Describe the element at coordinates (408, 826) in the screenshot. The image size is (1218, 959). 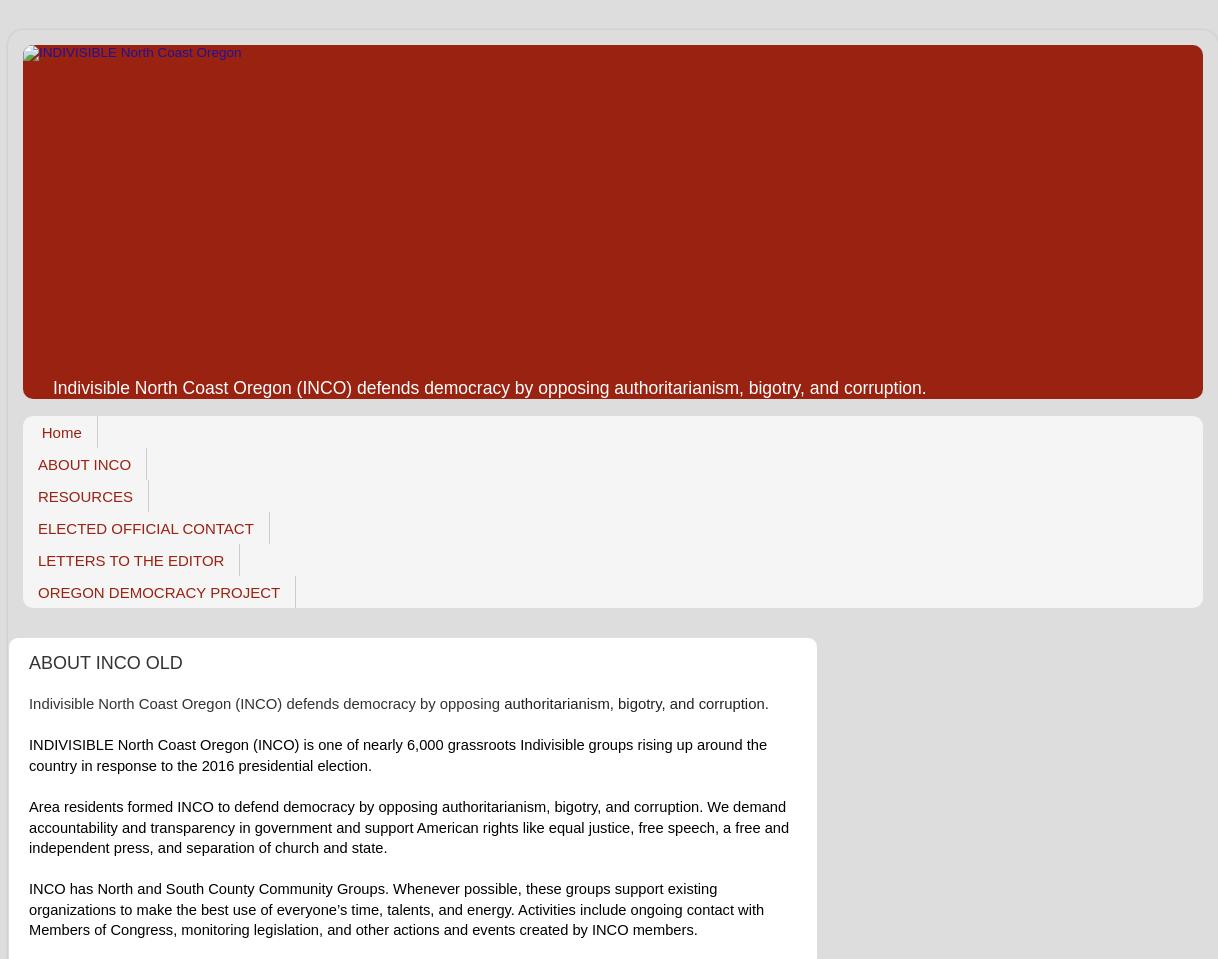
I see `'Area residents formed INCO to defend democracy by opposing authoritarianism, bigotry, and corruption. We demand accountability and transparency in government and support American rights like equal justice, free speech, a free and independent press, and separation of church and state.'` at that location.